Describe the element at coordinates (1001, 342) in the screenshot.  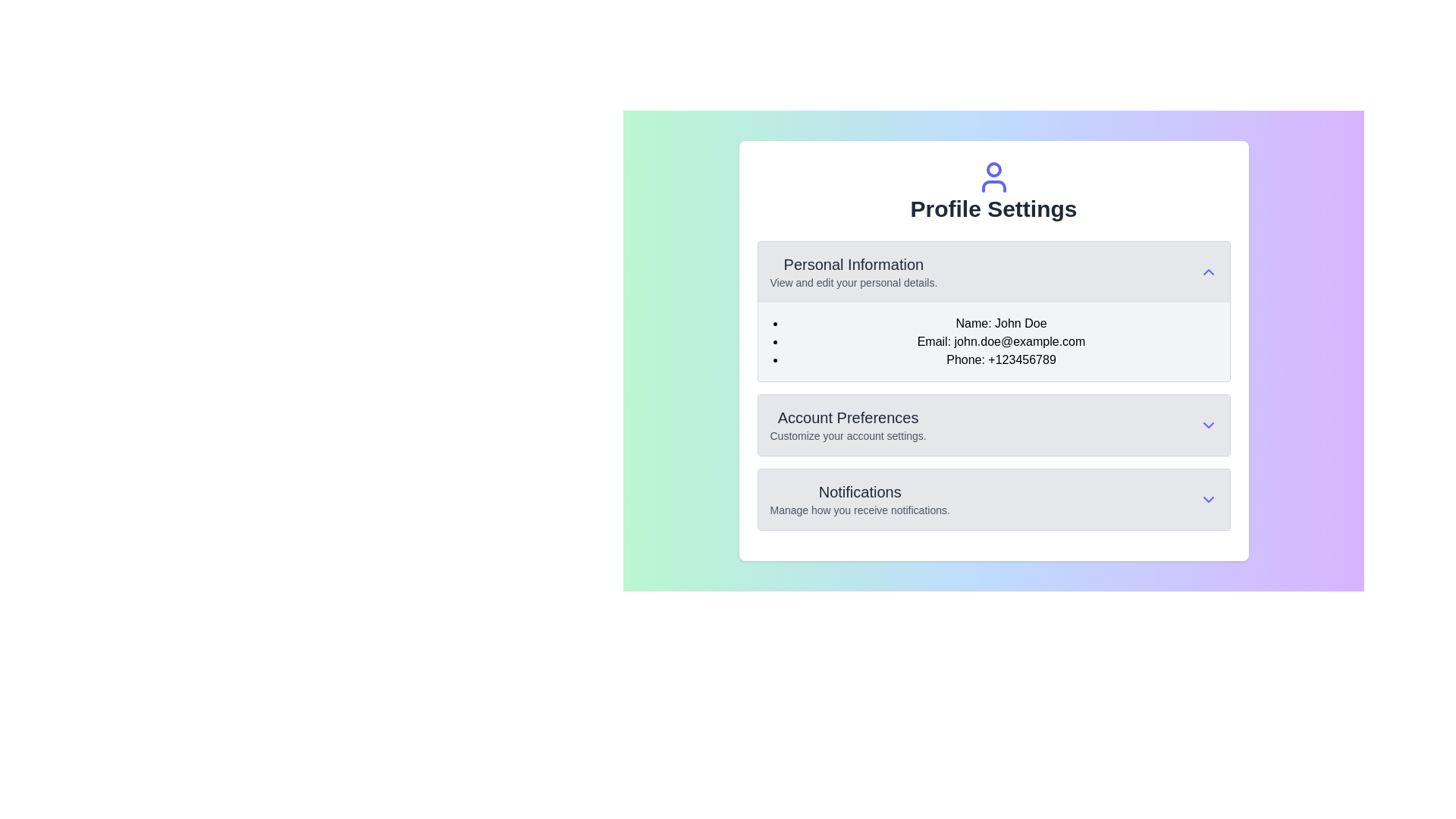
I see `the text label displaying 'Email: john.doe@example.com' located in the 'Personal Information' section of the profile settings panel` at that location.